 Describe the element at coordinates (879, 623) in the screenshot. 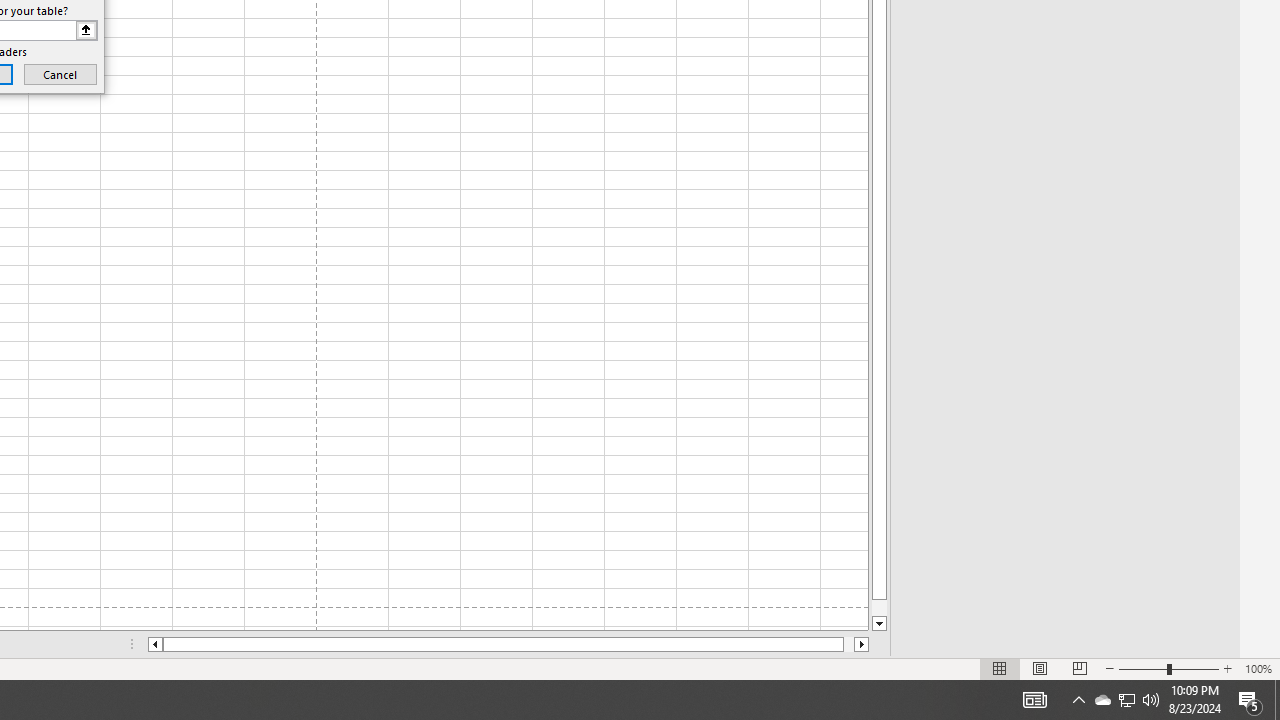

I see `'Line down'` at that location.